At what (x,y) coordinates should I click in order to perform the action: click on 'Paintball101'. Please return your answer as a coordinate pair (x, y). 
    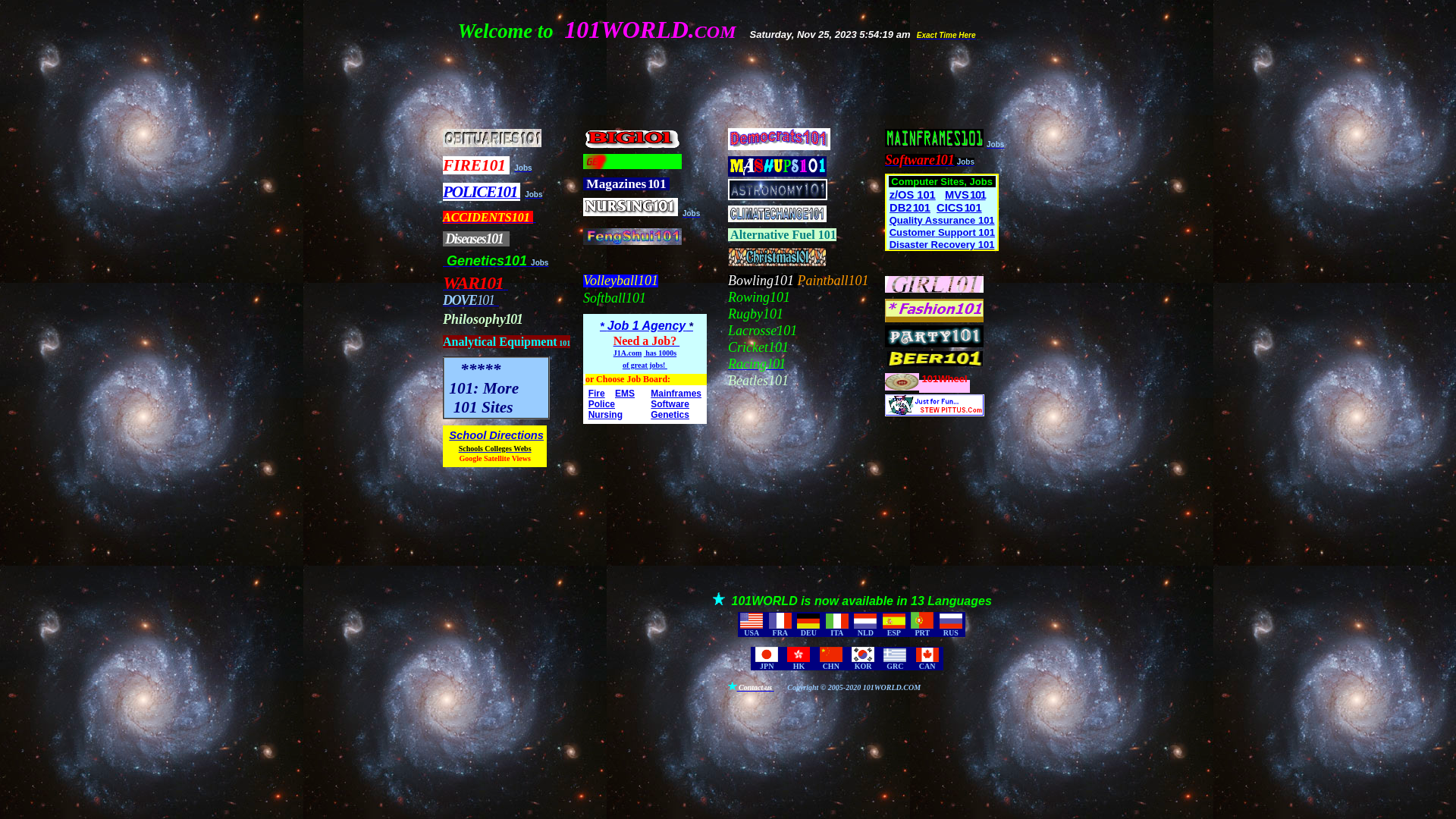
    Looking at the image, I should click on (833, 281).